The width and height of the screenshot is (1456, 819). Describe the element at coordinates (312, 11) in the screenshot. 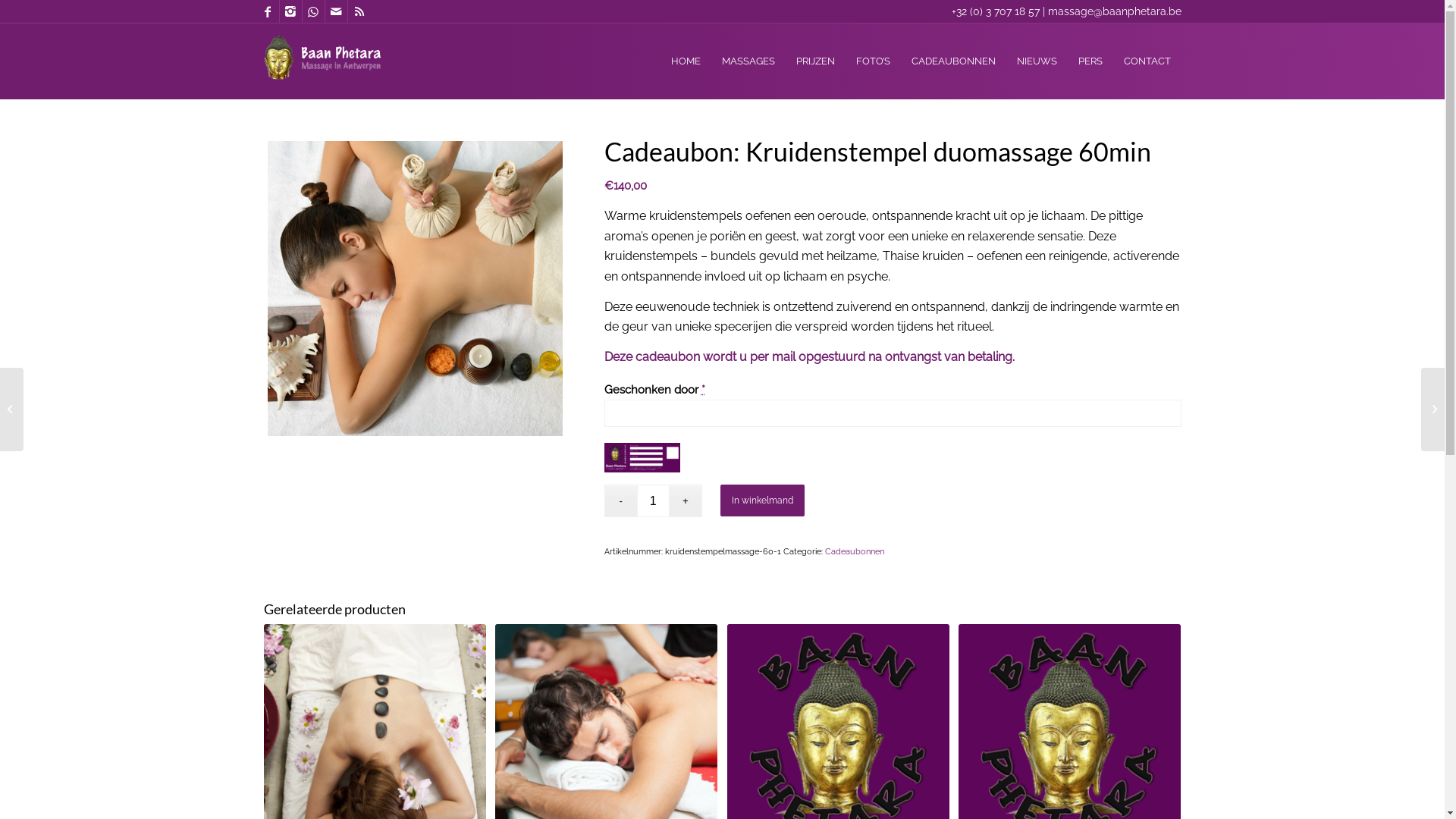

I see `'WhatsApp'` at that location.